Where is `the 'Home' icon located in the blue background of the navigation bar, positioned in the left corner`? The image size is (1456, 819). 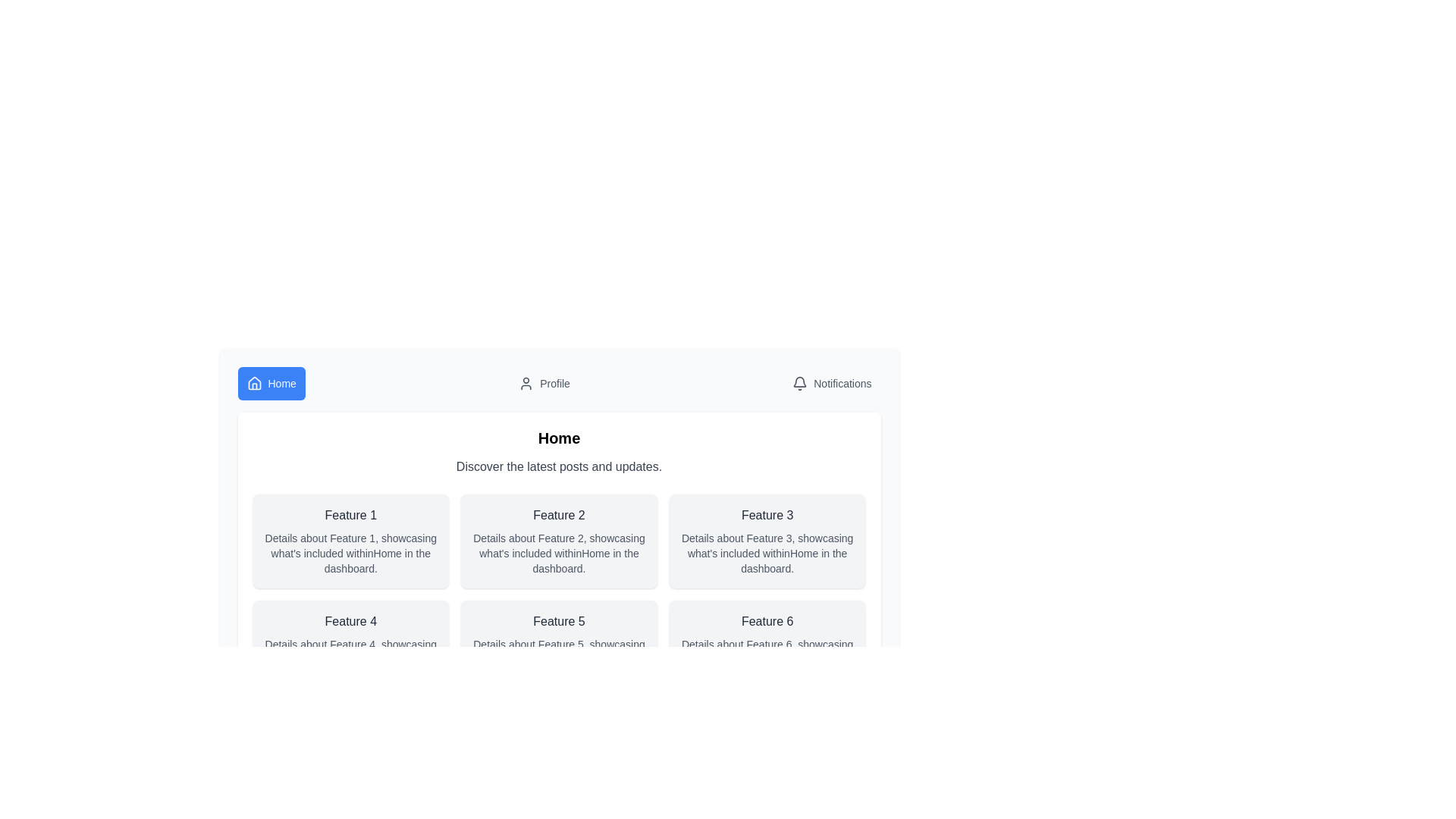
the 'Home' icon located in the blue background of the navigation bar, positioned in the left corner is located at coordinates (254, 382).